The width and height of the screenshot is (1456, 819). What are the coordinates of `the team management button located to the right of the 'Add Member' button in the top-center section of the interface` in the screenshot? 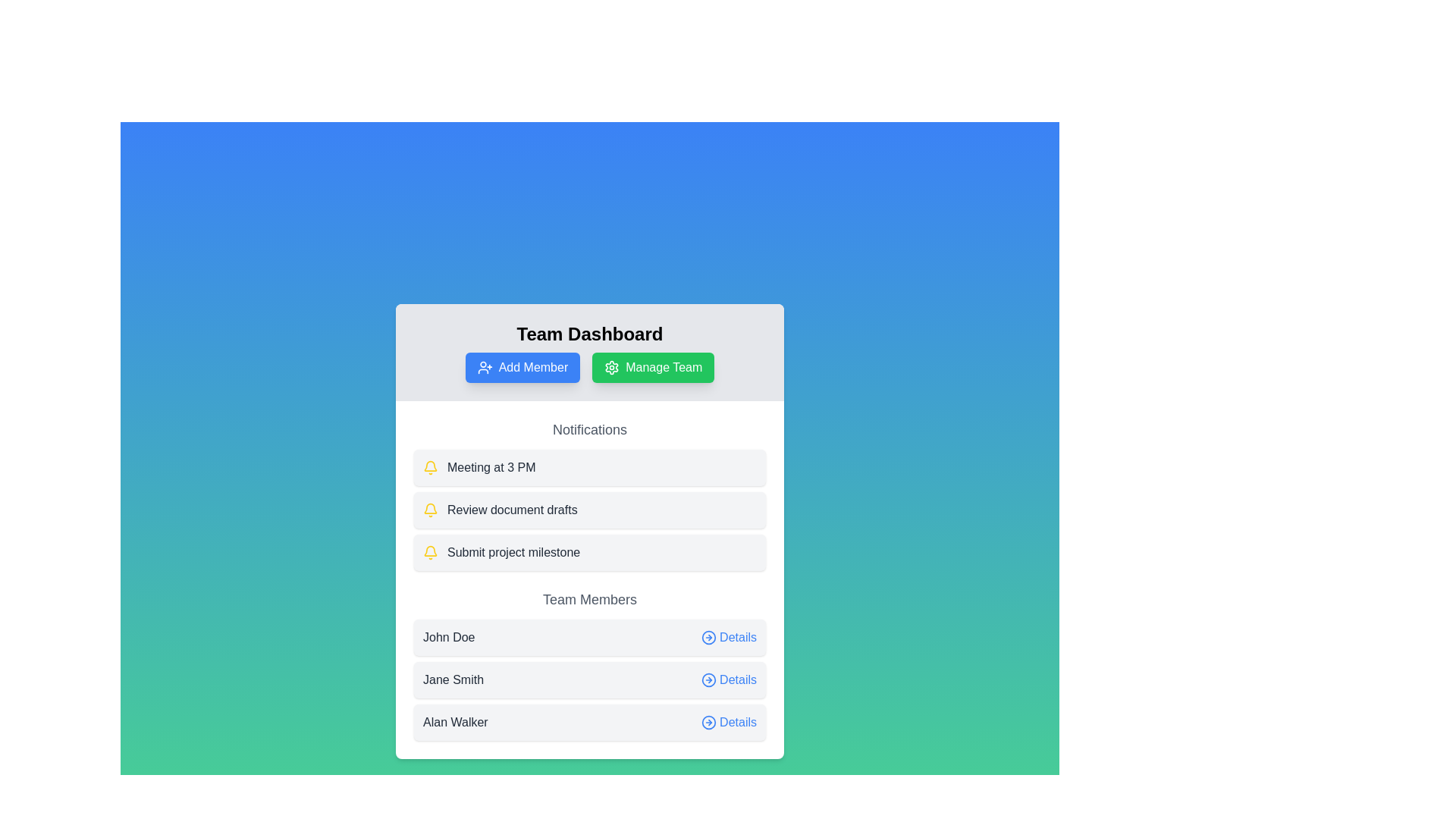 It's located at (653, 368).